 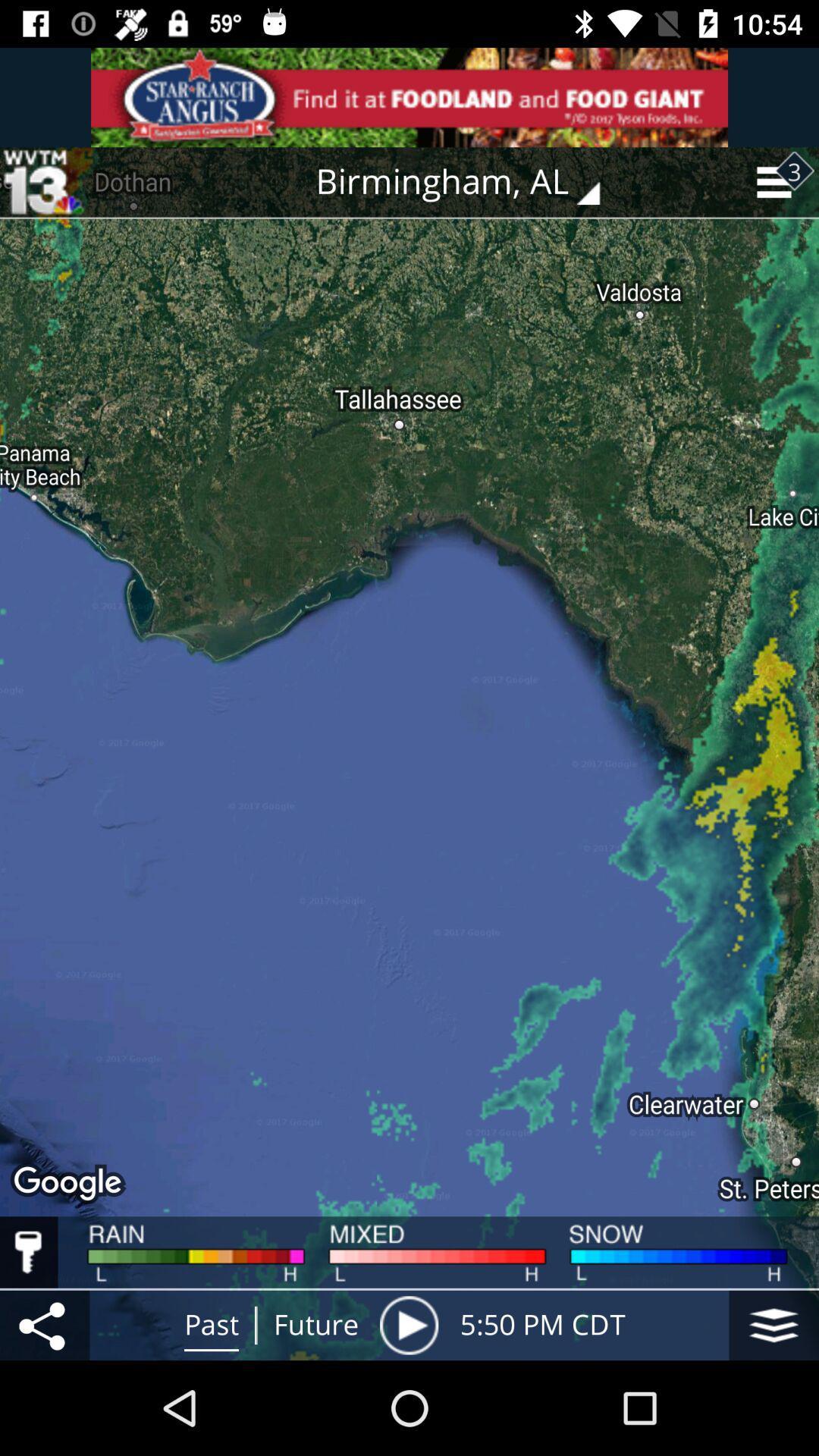 What do you see at coordinates (773, 1324) in the screenshot?
I see `switch map type option` at bounding box center [773, 1324].